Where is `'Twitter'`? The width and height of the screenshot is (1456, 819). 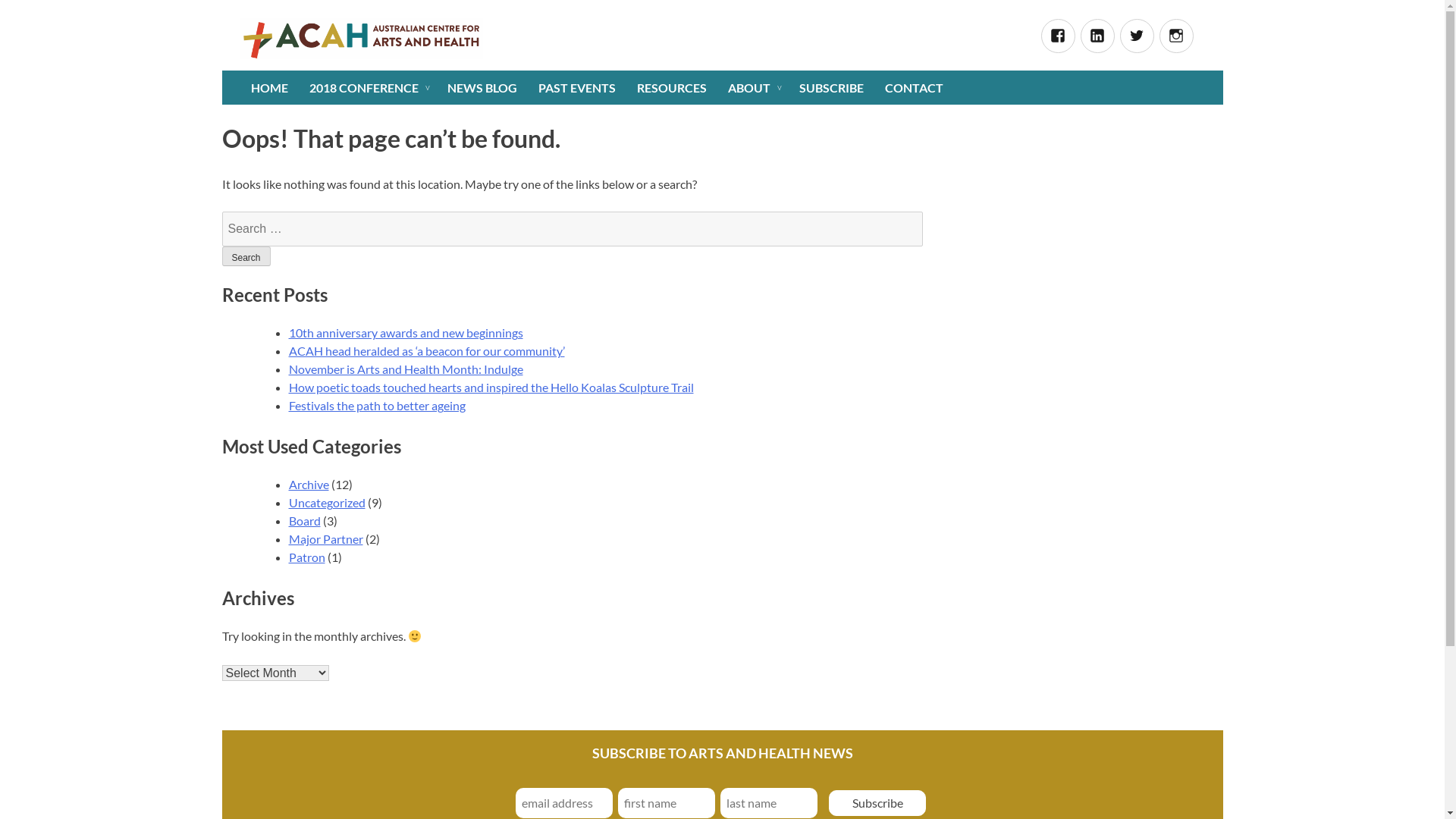
'Twitter' is located at coordinates (1136, 35).